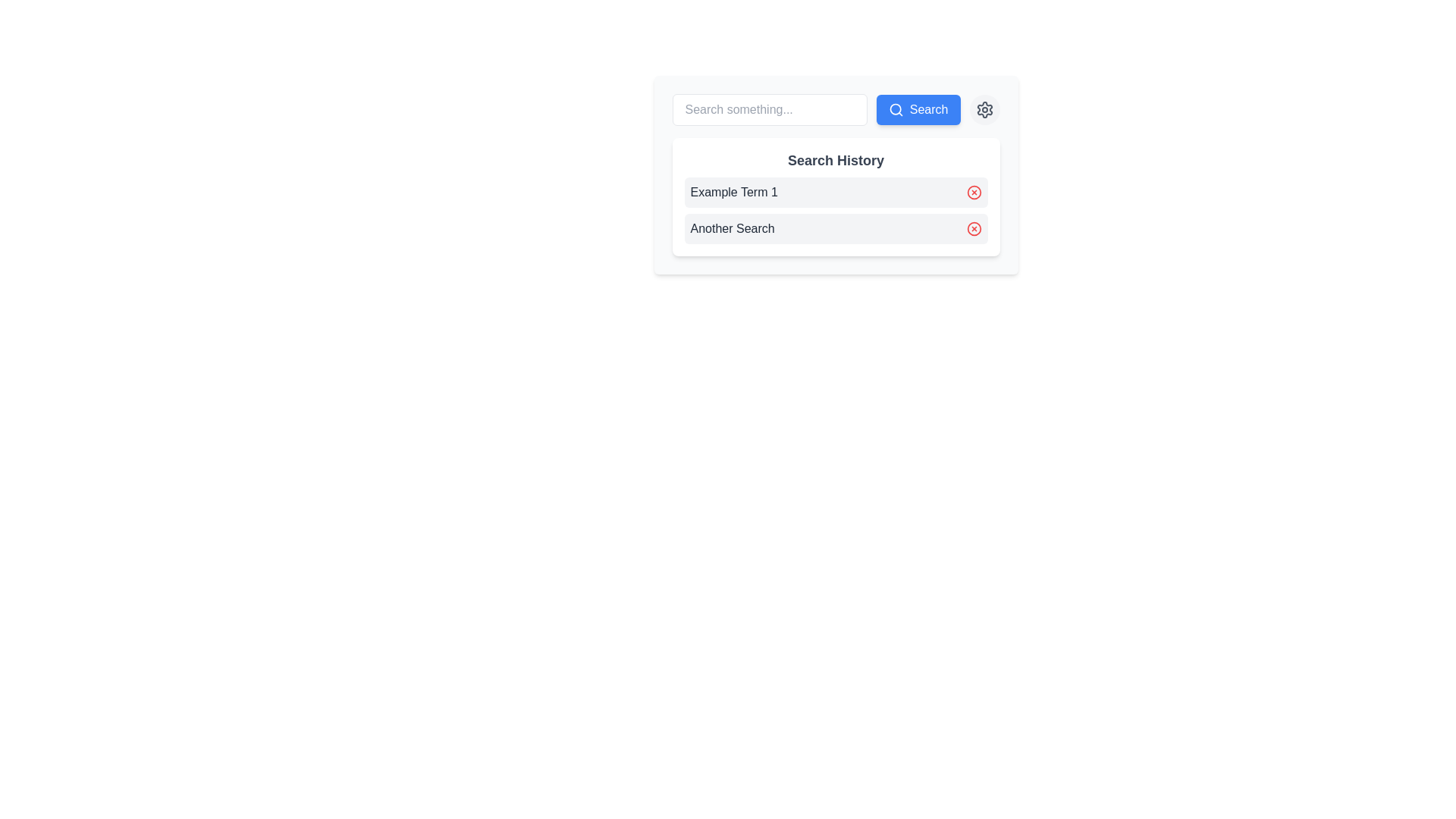 The image size is (1456, 819). What do you see at coordinates (974, 228) in the screenshot?
I see `the SVG graphical circle element that represents a cancel or close icon, which is aligned with the second search history item` at bounding box center [974, 228].